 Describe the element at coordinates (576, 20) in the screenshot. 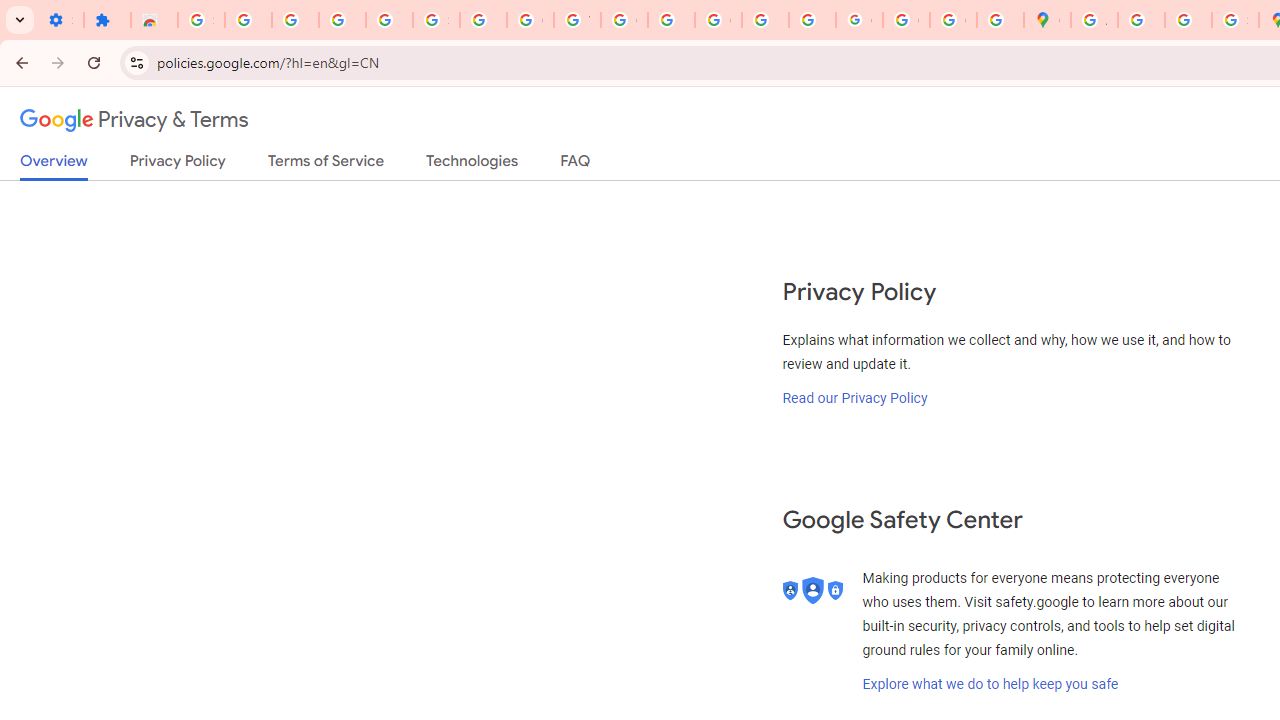

I see `'YouTube'` at that location.